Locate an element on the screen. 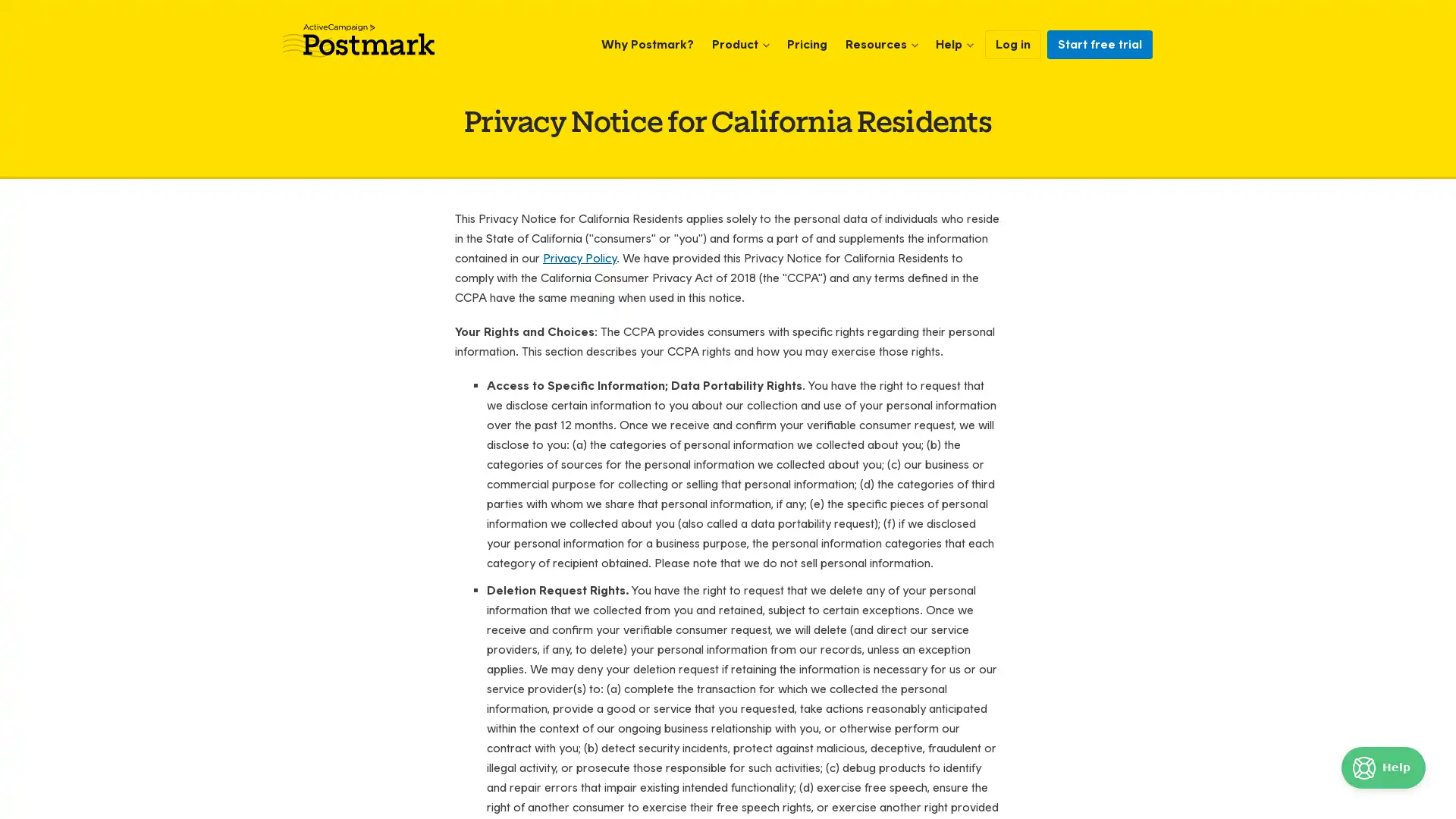 The height and width of the screenshot is (819, 1456). Help is located at coordinates (1383, 767).